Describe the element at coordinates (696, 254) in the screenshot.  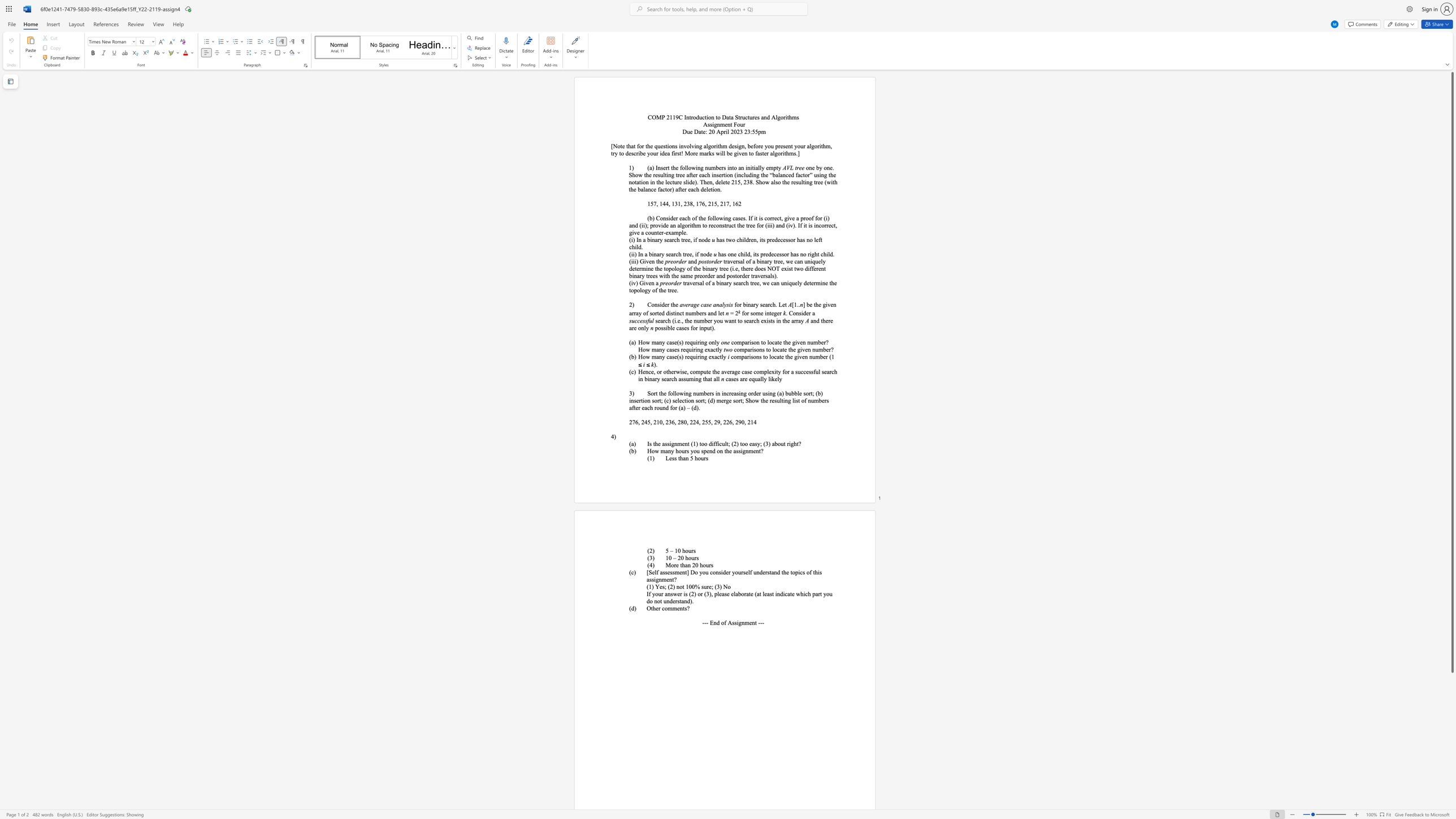
I see `the 4th character "i" in the text` at that location.